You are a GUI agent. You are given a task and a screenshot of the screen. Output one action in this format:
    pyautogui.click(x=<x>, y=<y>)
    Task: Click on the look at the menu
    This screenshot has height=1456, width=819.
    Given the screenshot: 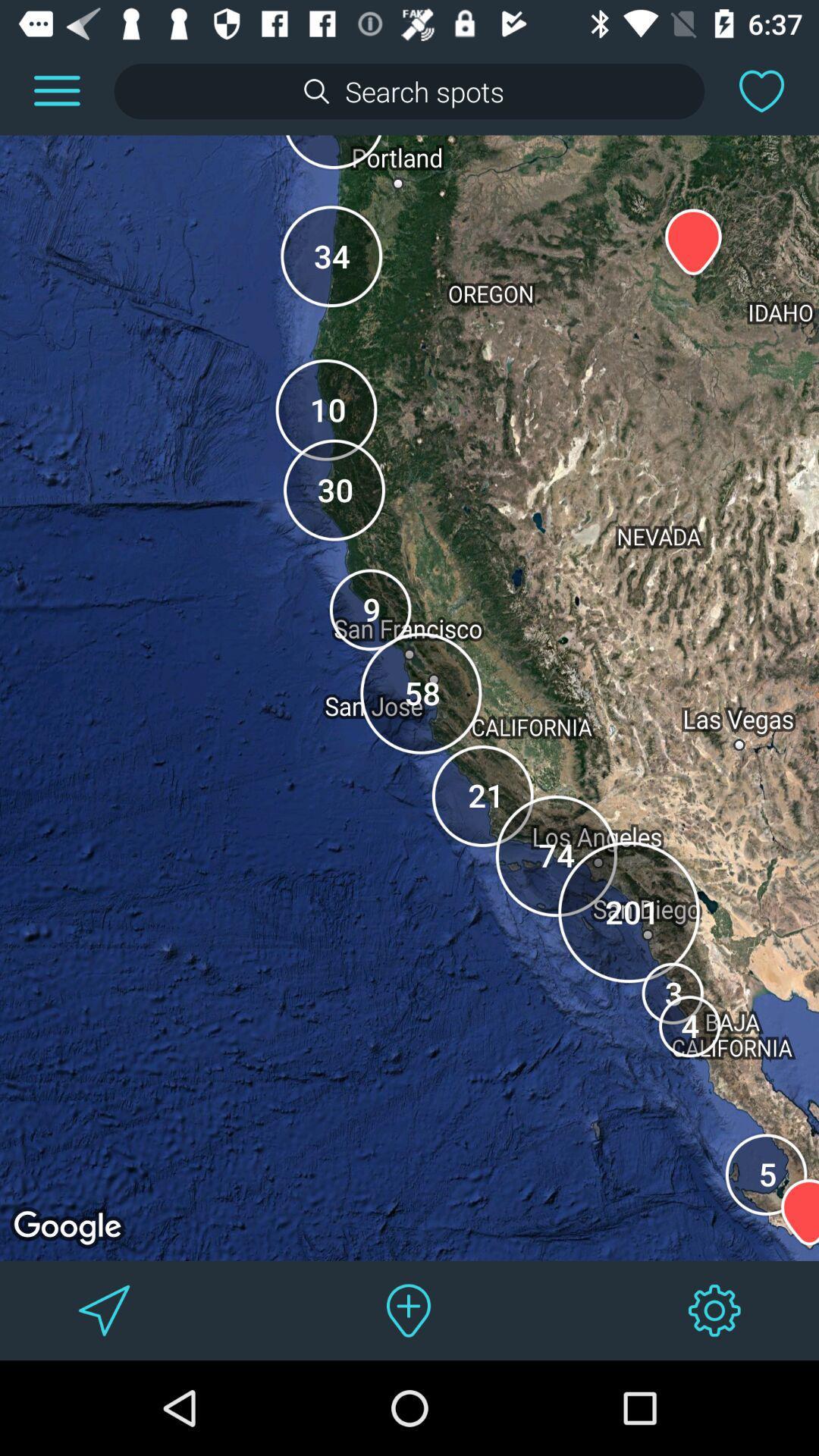 What is the action you would take?
    pyautogui.click(x=56, y=90)
    